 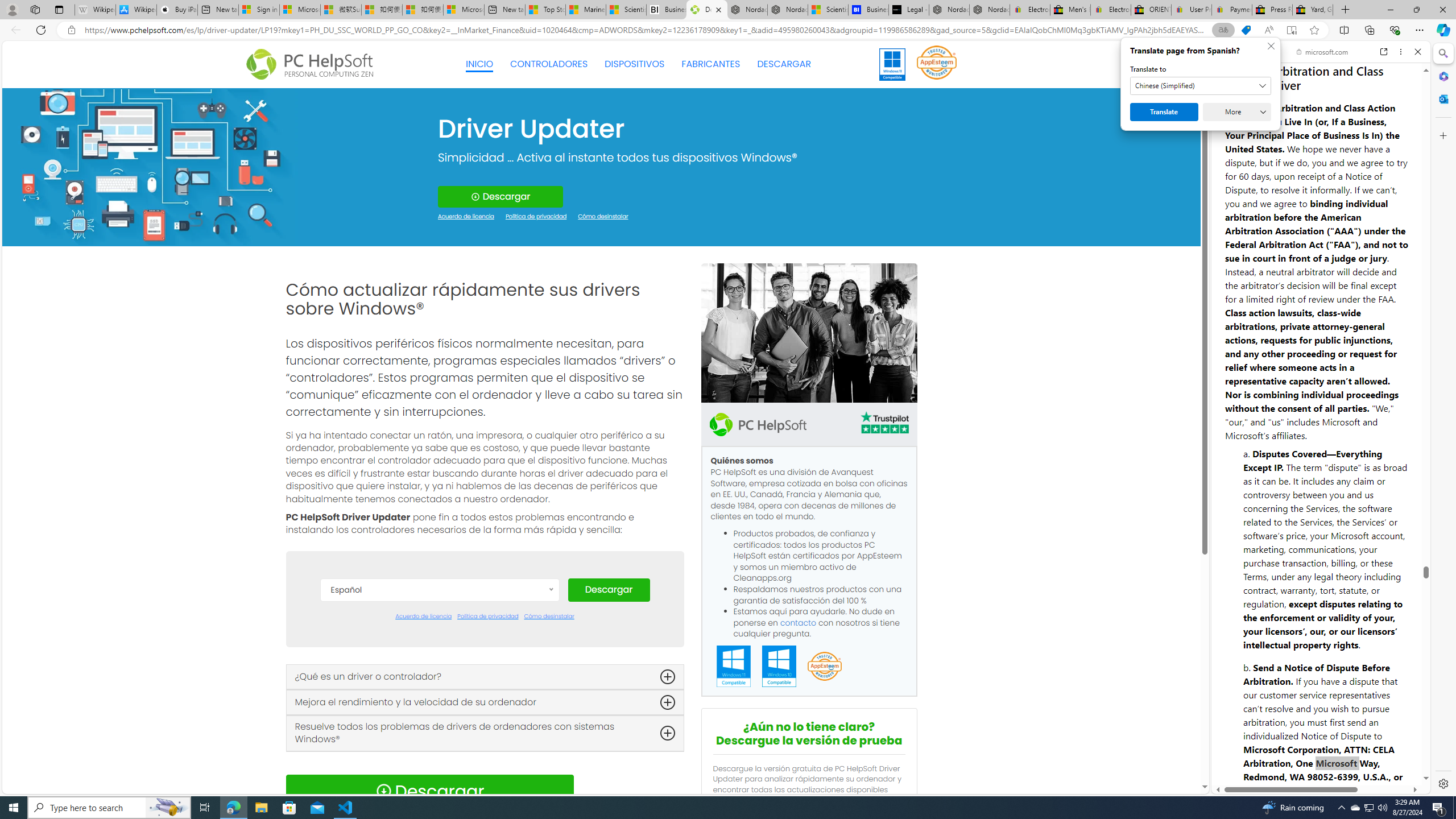 What do you see at coordinates (711, 64) in the screenshot?
I see `'FABRICANTES'` at bounding box center [711, 64].